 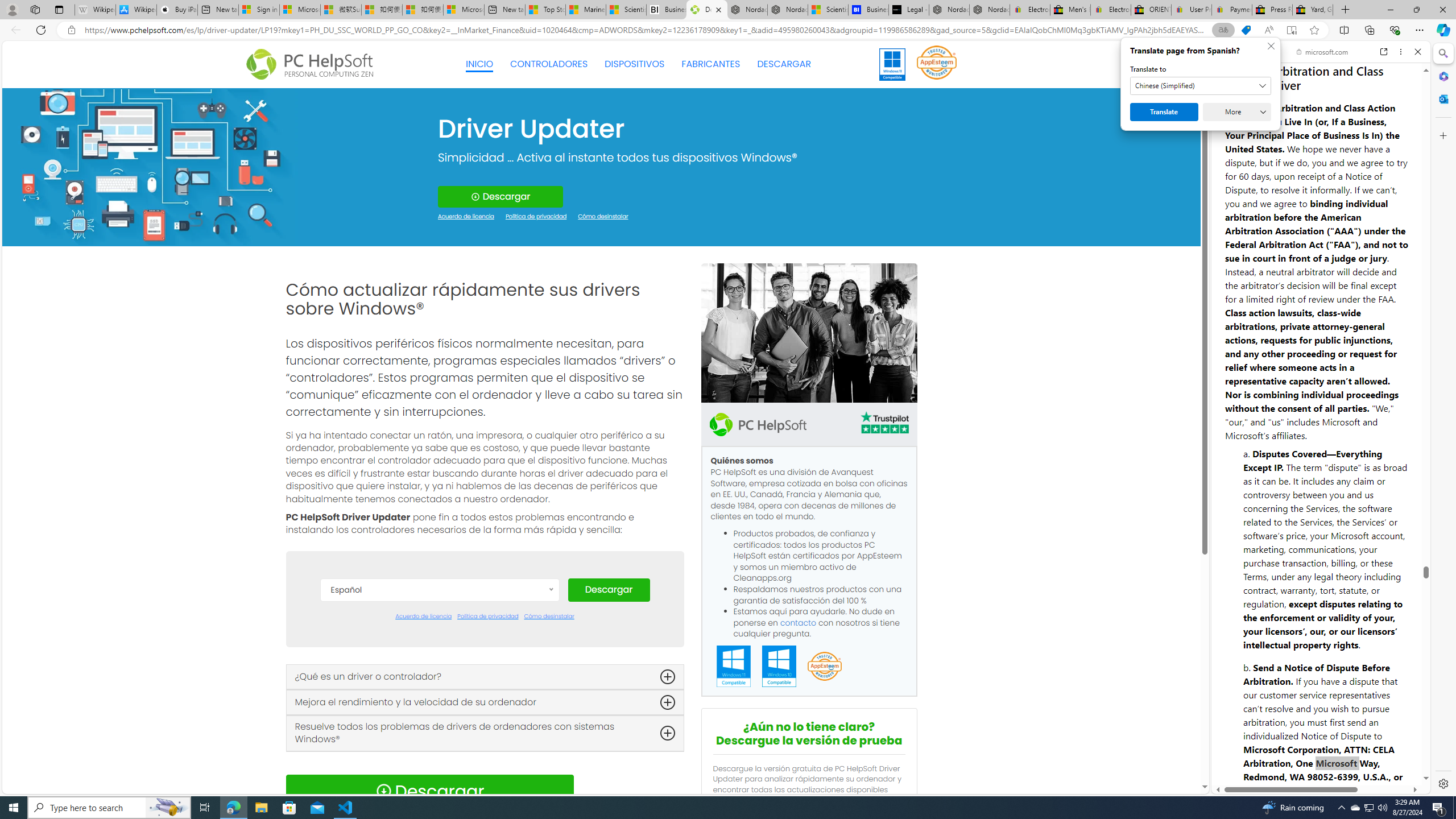 What do you see at coordinates (711, 64) in the screenshot?
I see `'FABRICANTES'` at bounding box center [711, 64].